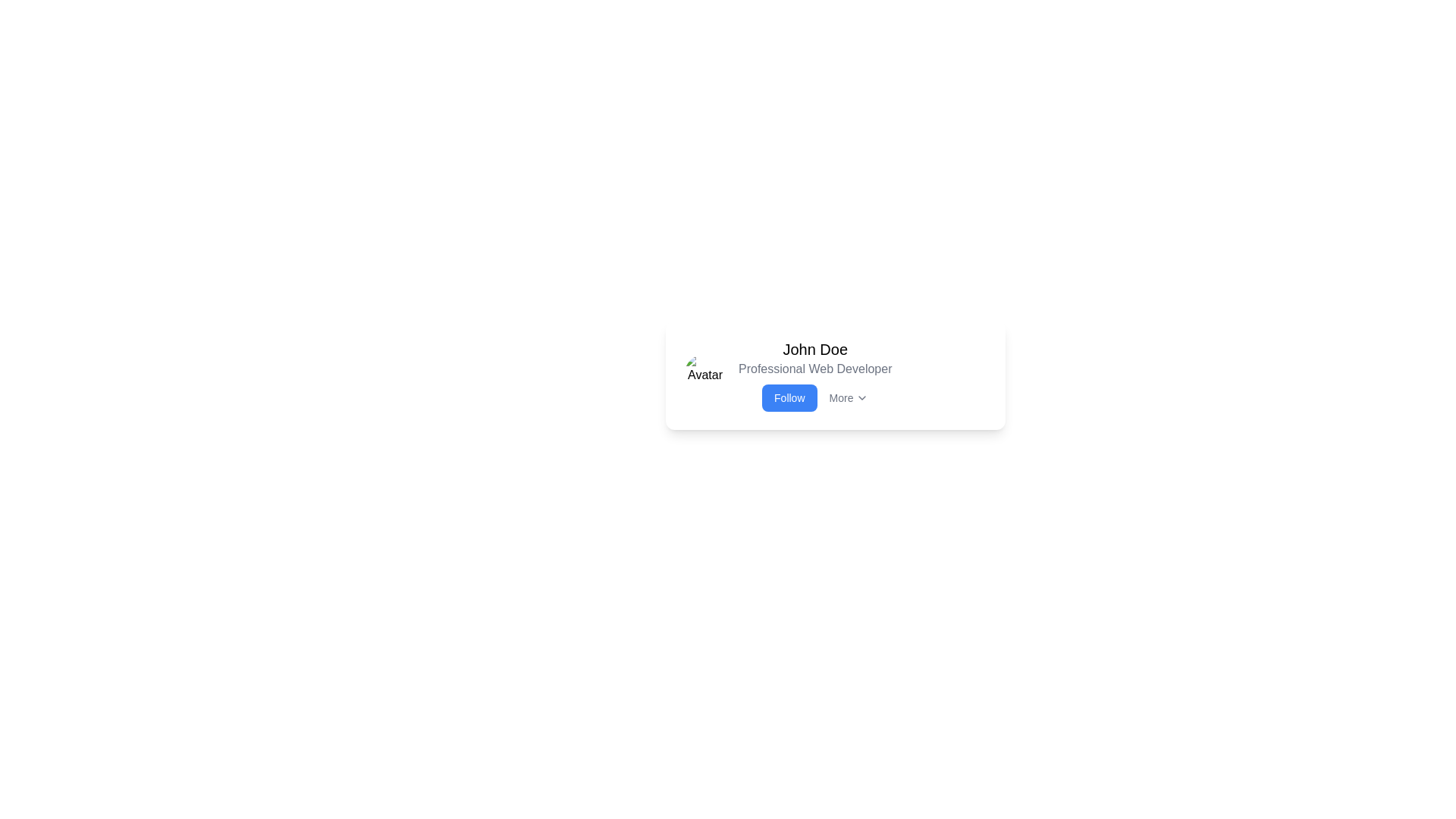  Describe the element at coordinates (789, 397) in the screenshot. I see `the blue 'Follow' button with white text` at that location.